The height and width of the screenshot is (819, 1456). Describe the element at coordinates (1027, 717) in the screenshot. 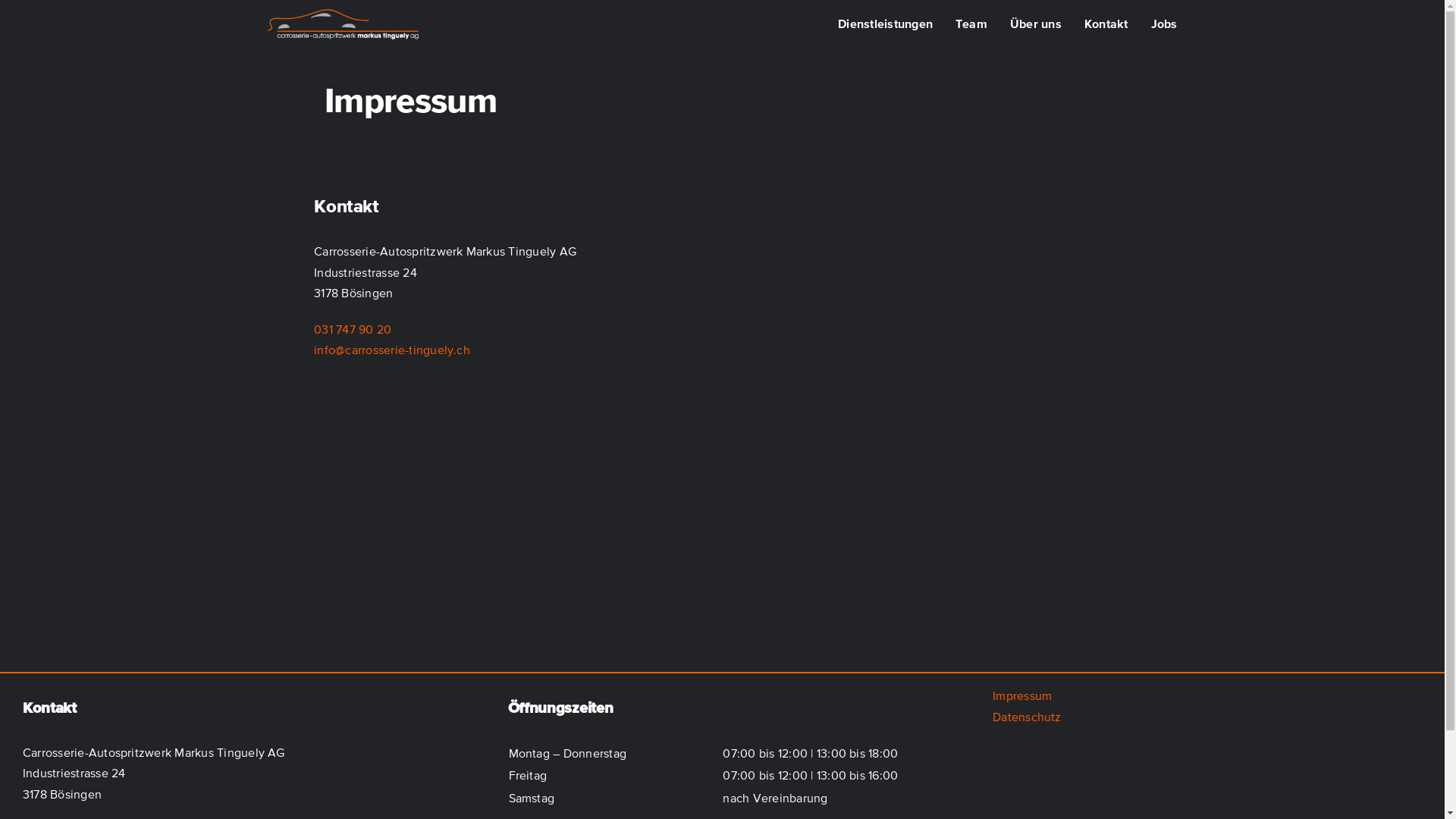

I see `'Datenschutz'` at that location.